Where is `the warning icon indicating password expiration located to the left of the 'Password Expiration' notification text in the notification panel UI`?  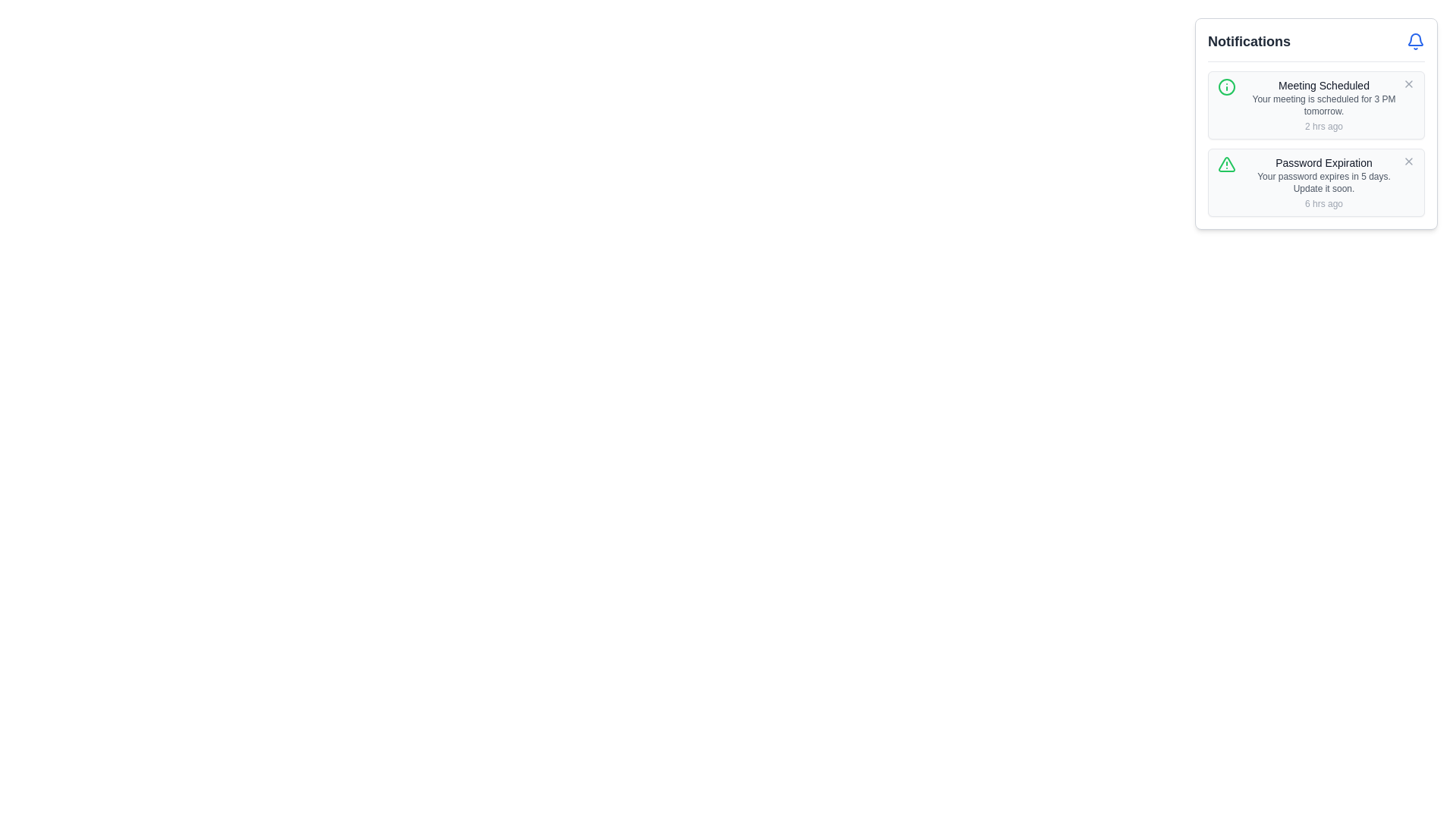 the warning icon indicating password expiration located to the left of the 'Password Expiration' notification text in the notification panel UI is located at coordinates (1226, 164).